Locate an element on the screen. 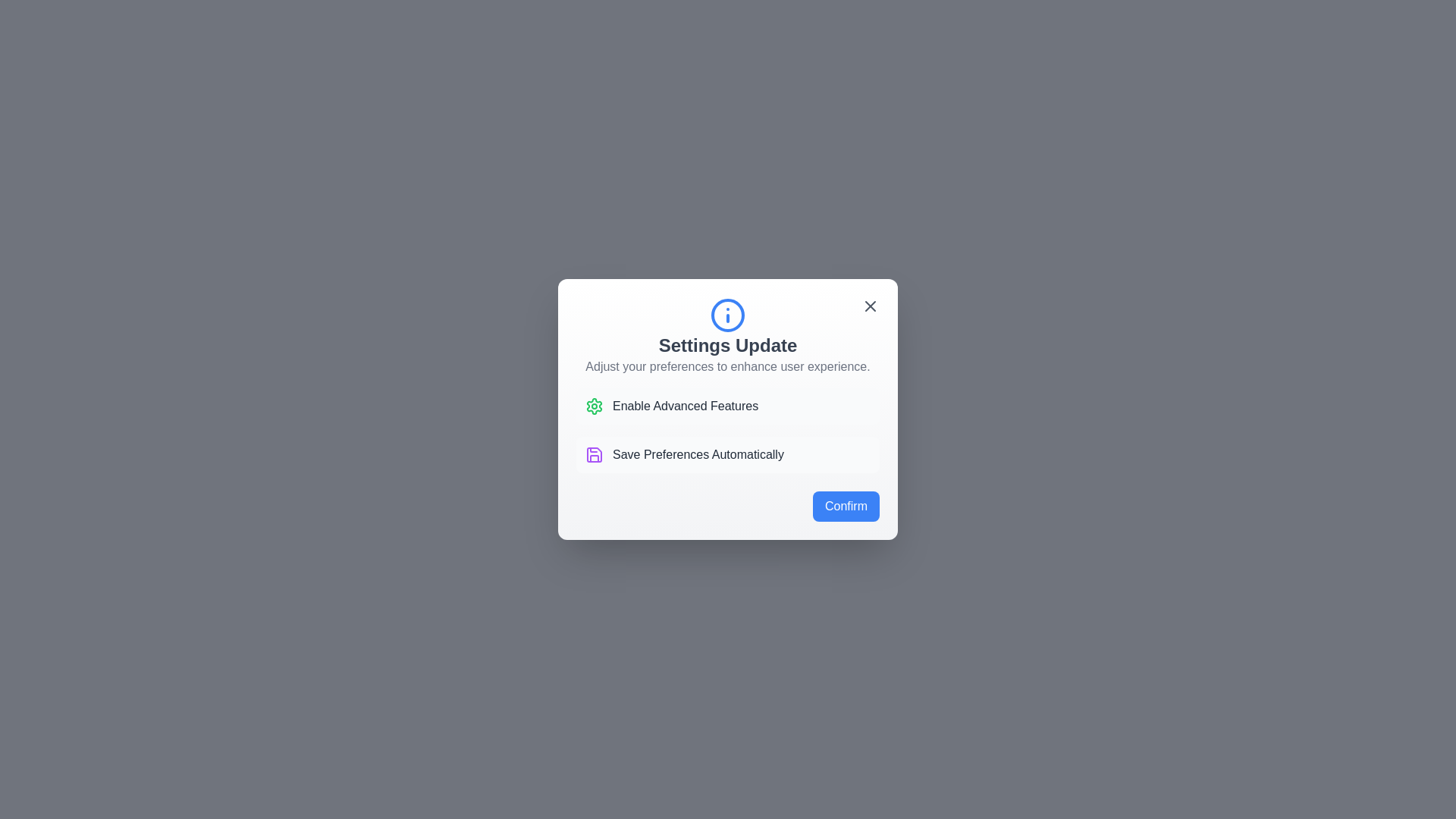  the Confirm button to close the dialog is located at coordinates (846, 506).